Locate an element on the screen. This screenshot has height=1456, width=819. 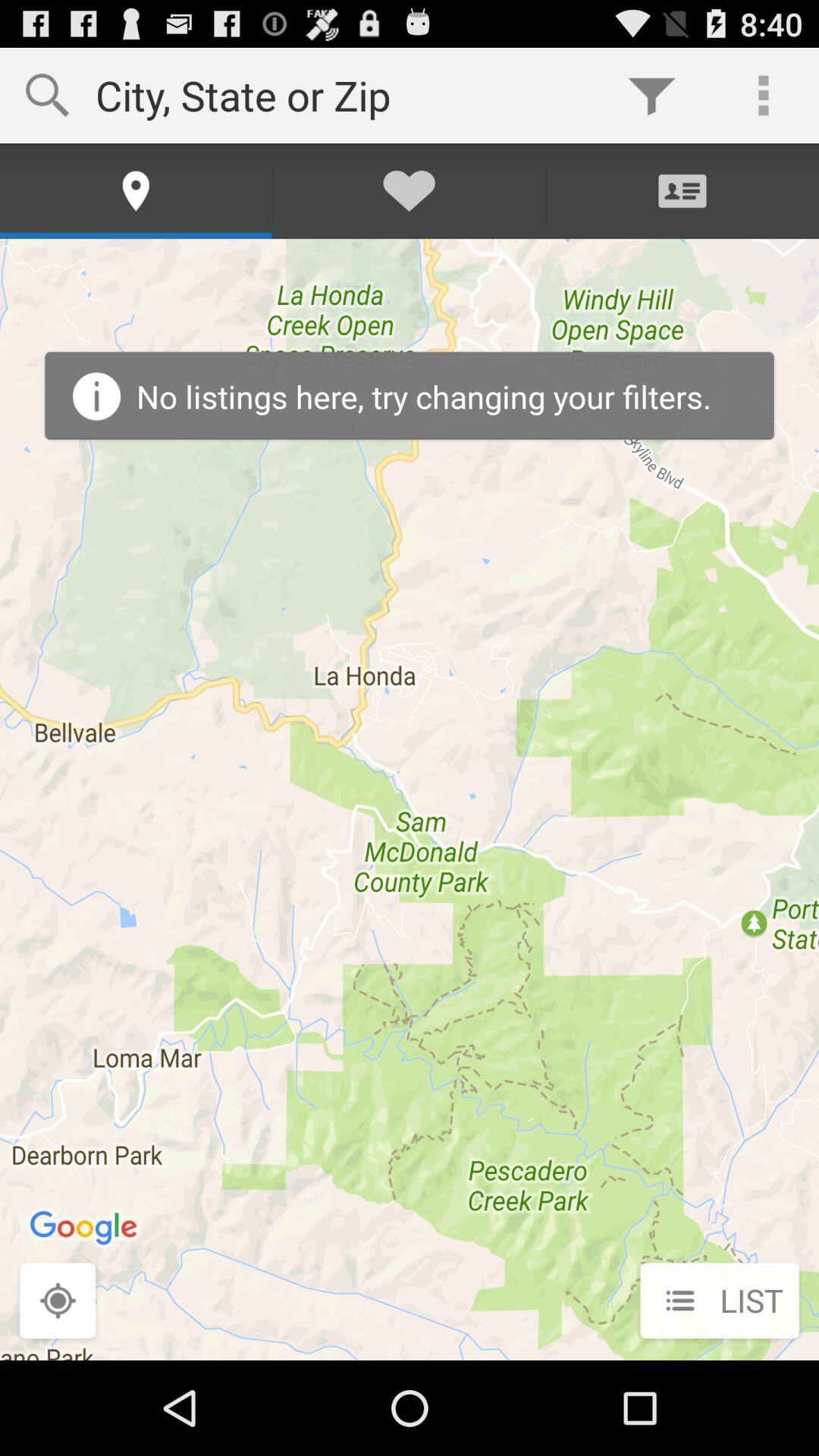
icon at the center is located at coordinates (409, 799).